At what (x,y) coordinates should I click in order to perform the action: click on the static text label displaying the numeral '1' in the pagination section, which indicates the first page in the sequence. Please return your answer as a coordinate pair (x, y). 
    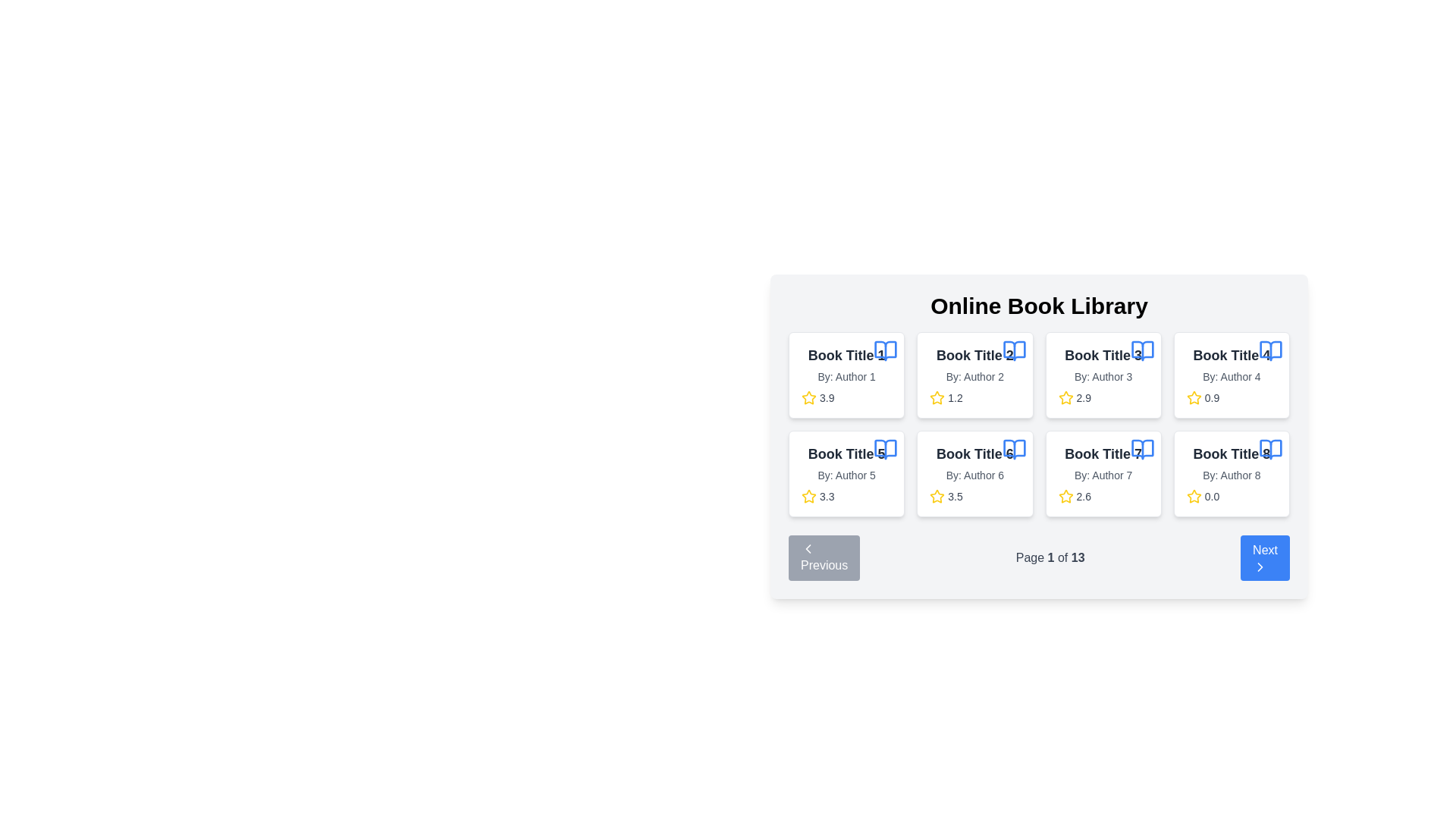
    Looking at the image, I should click on (1050, 557).